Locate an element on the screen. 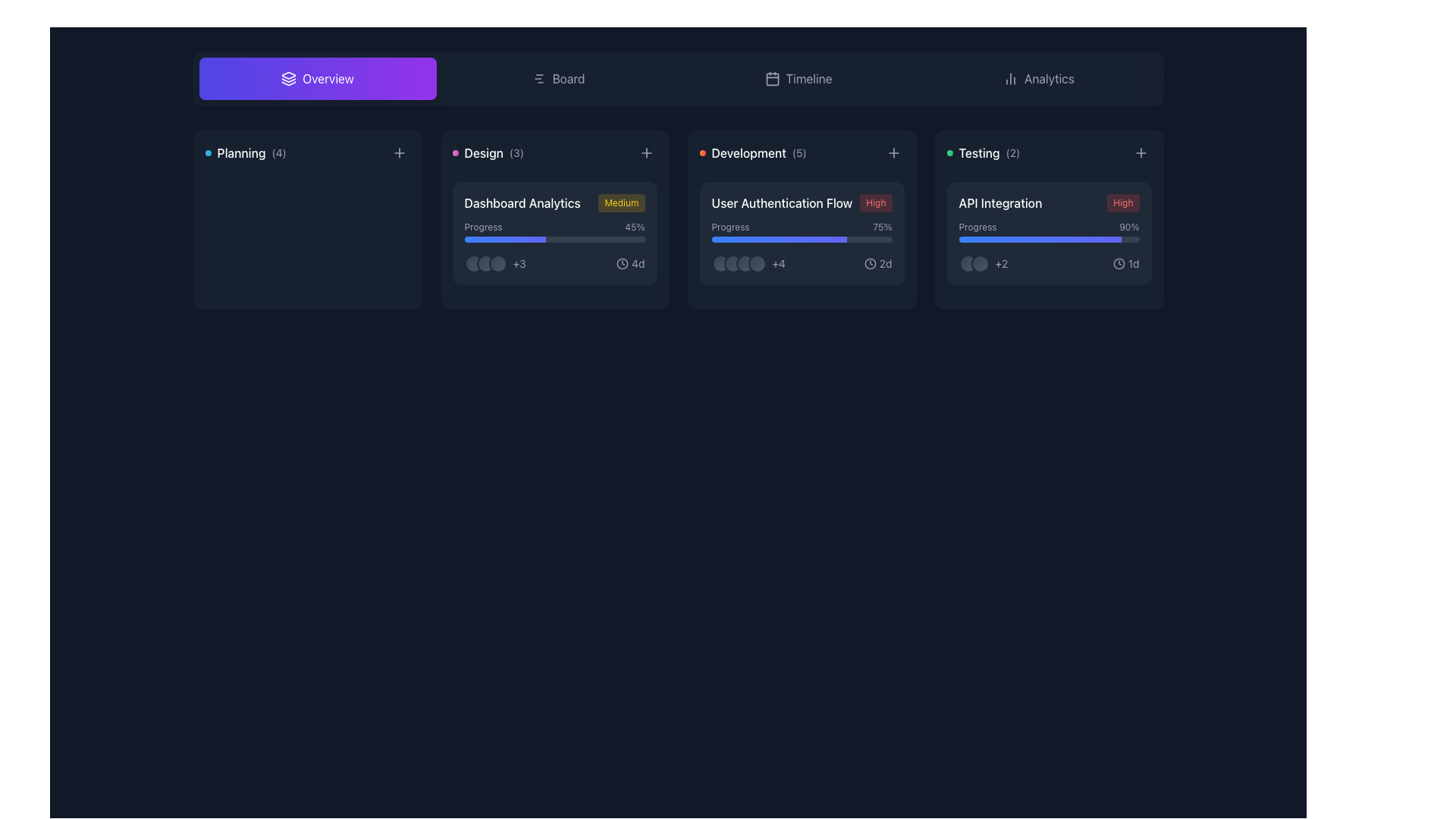  the Progress Bar that visually represents 75% completion, located within the 'Development' category card labeled 'User Authentication Flow' is located at coordinates (801, 231).